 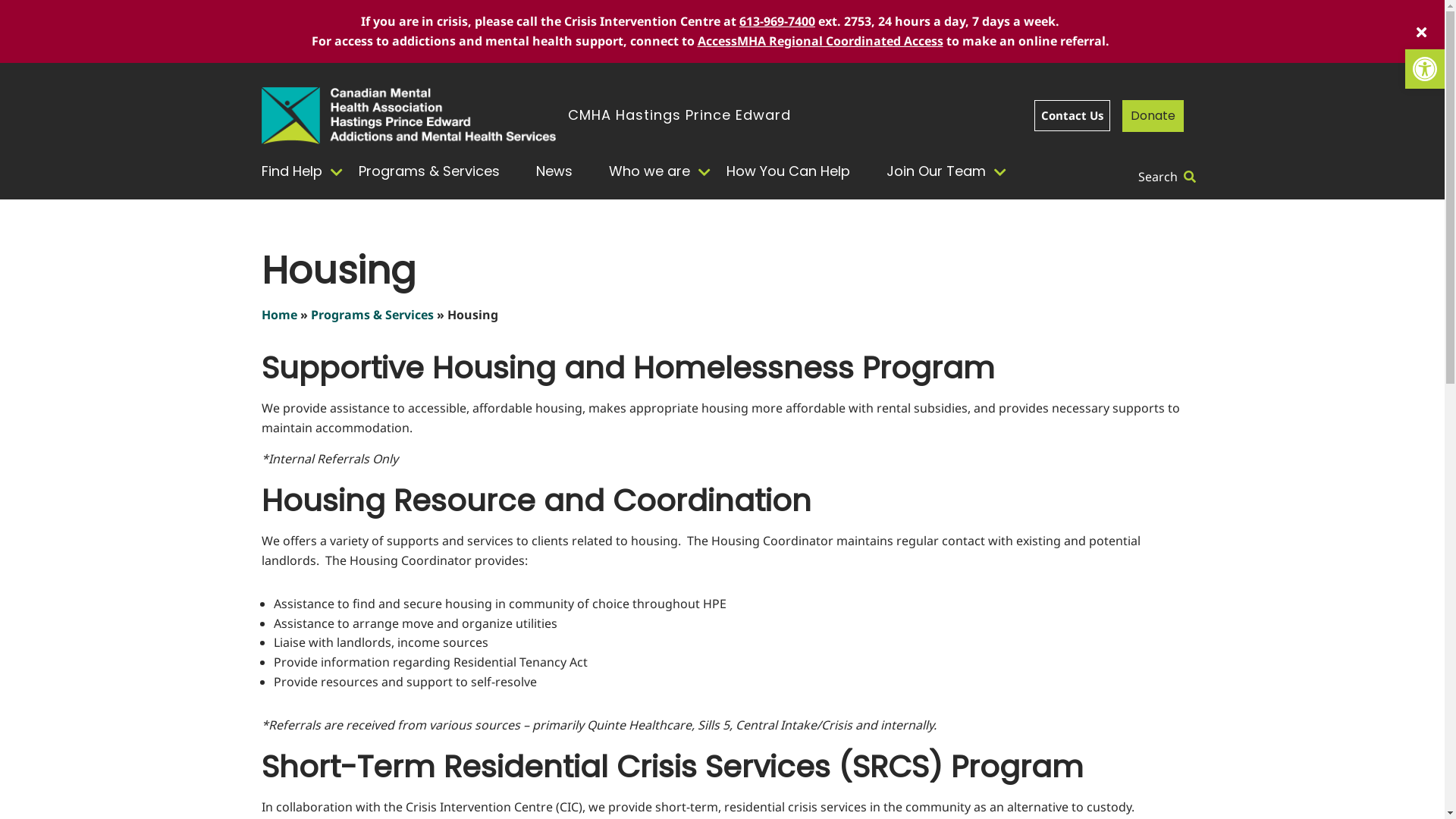 I want to click on 'Who we are', so click(x=654, y=171).